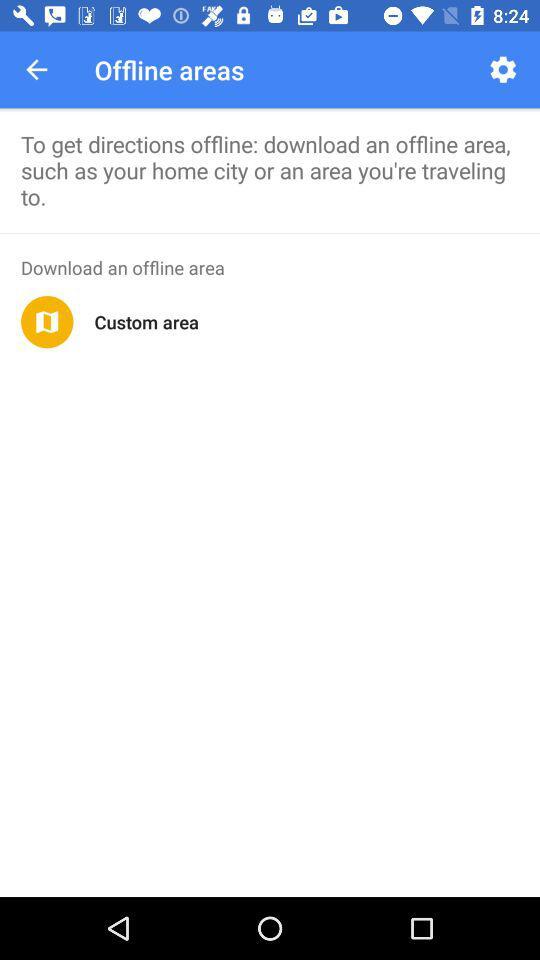 This screenshot has height=960, width=540. I want to click on the app above the download an offline, so click(270, 233).